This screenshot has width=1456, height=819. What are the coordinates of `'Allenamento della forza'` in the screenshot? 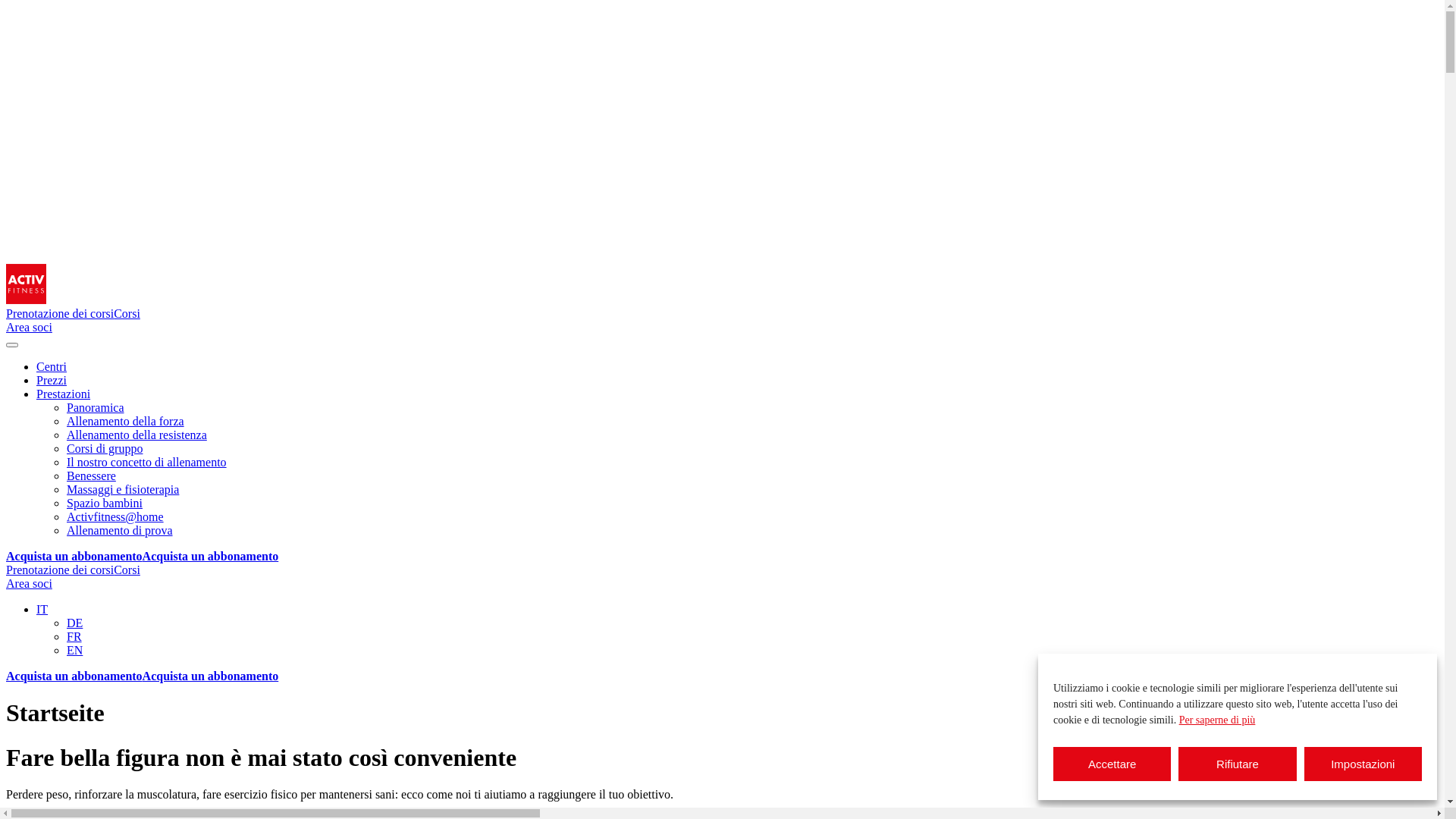 It's located at (125, 421).